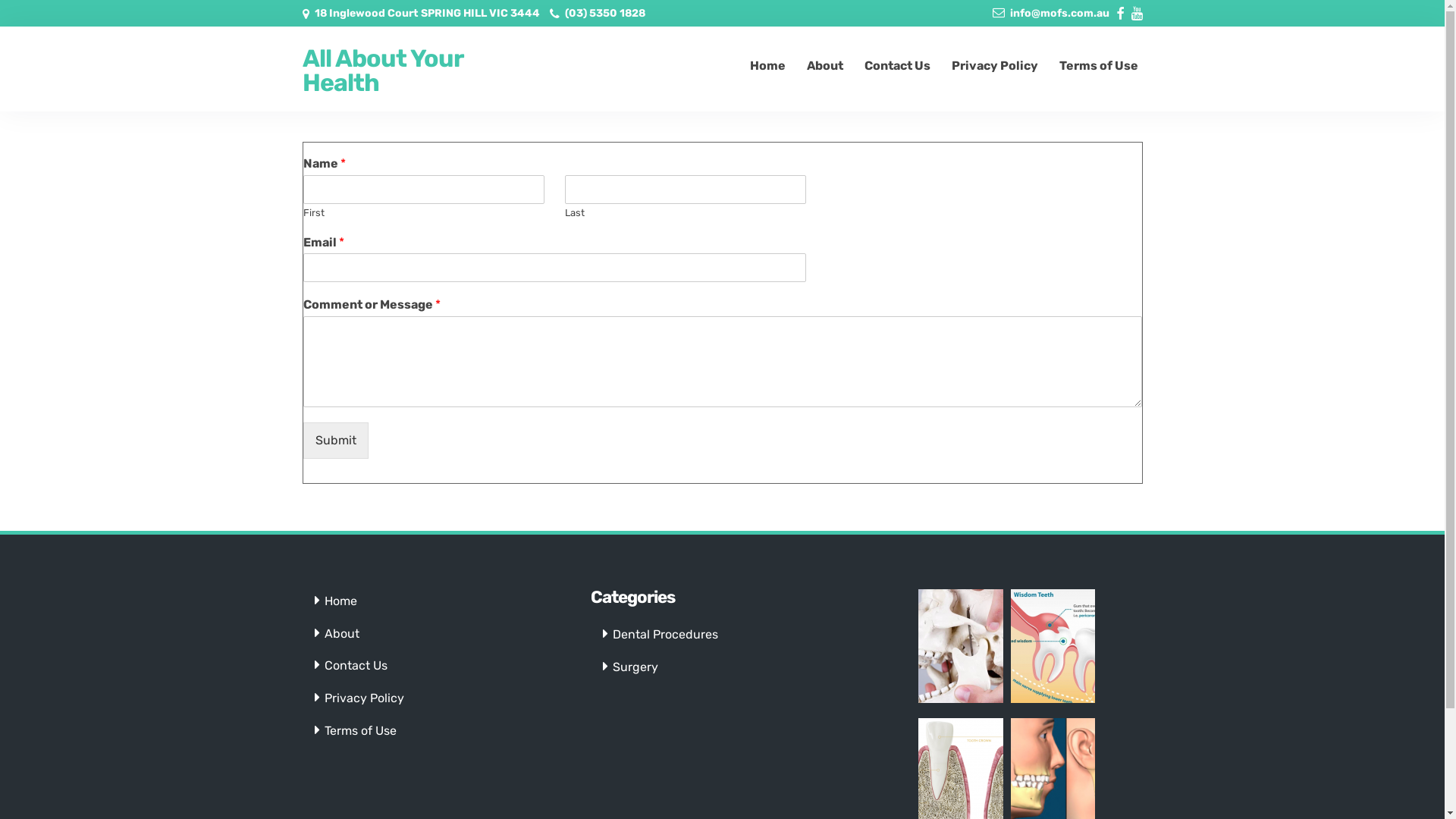 This screenshot has height=819, width=1456. What do you see at coordinates (897, 65) in the screenshot?
I see `'Contact Us'` at bounding box center [897, 65].